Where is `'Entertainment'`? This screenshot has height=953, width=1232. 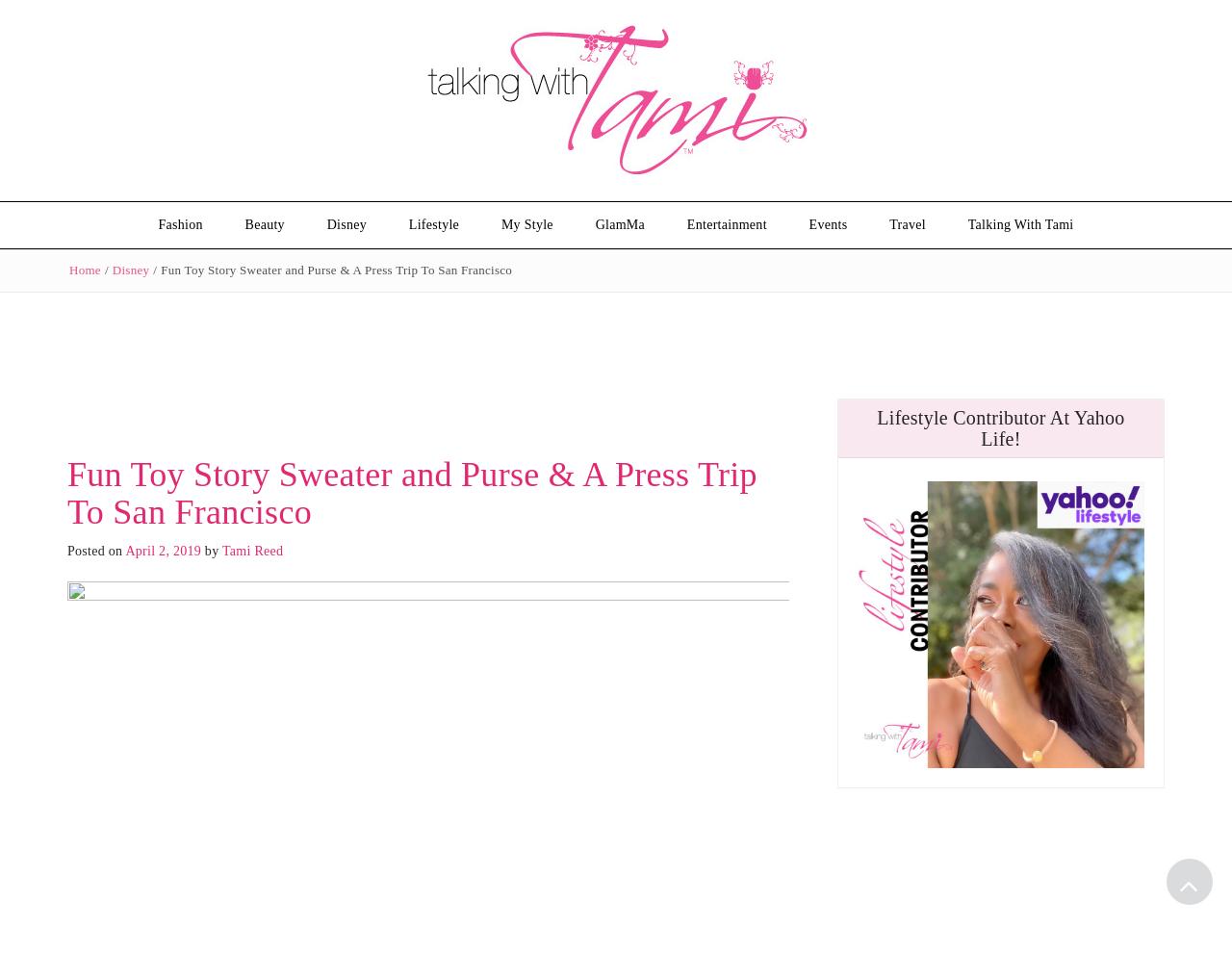 'Entertainment' is located at coordinates (685, 223).